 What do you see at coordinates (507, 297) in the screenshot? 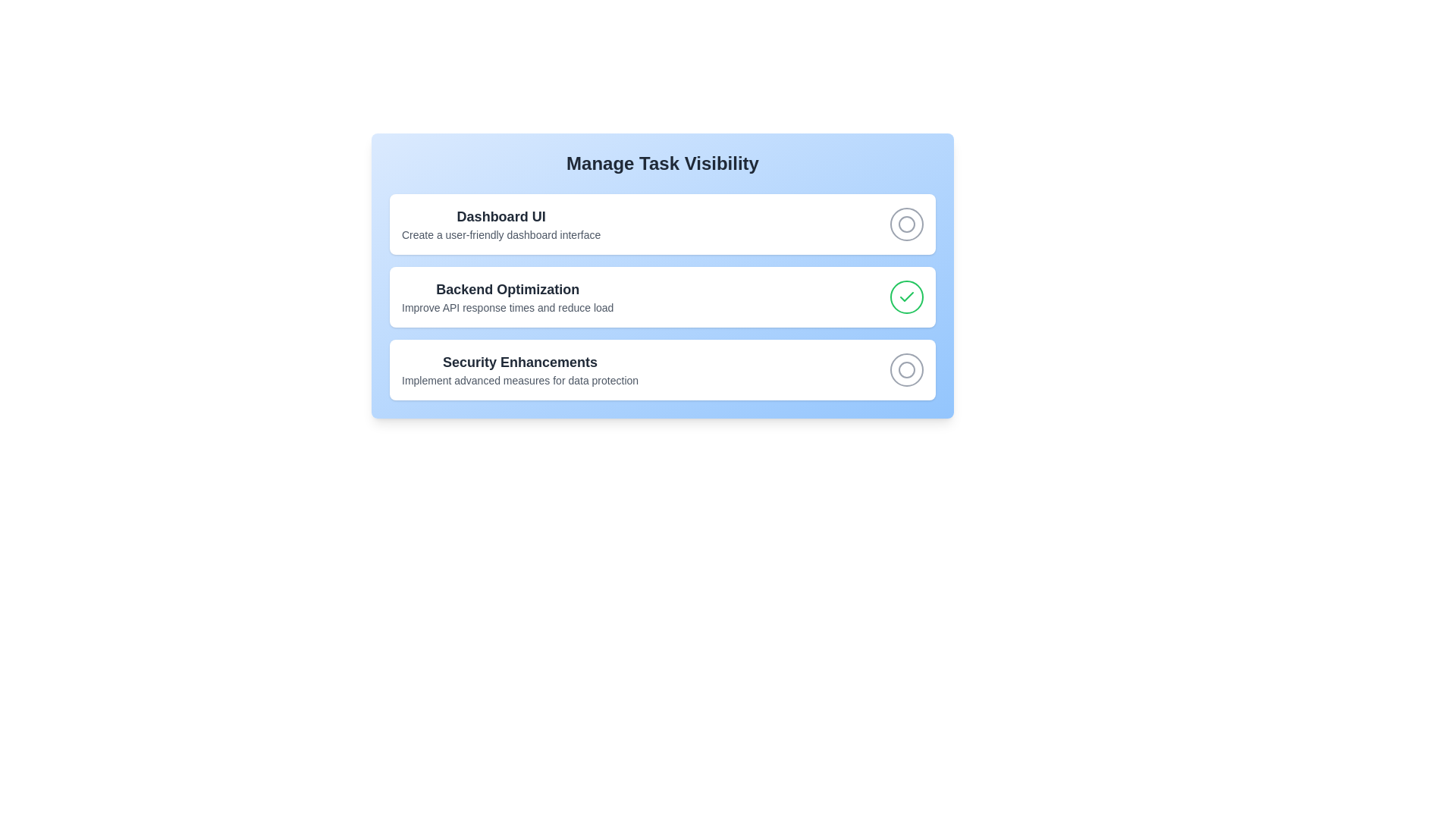
I see `the 'Backend Optimization' text block, which features a bold header and a descriptive line below it, to interact with its content` at bounding box center [507, 297].